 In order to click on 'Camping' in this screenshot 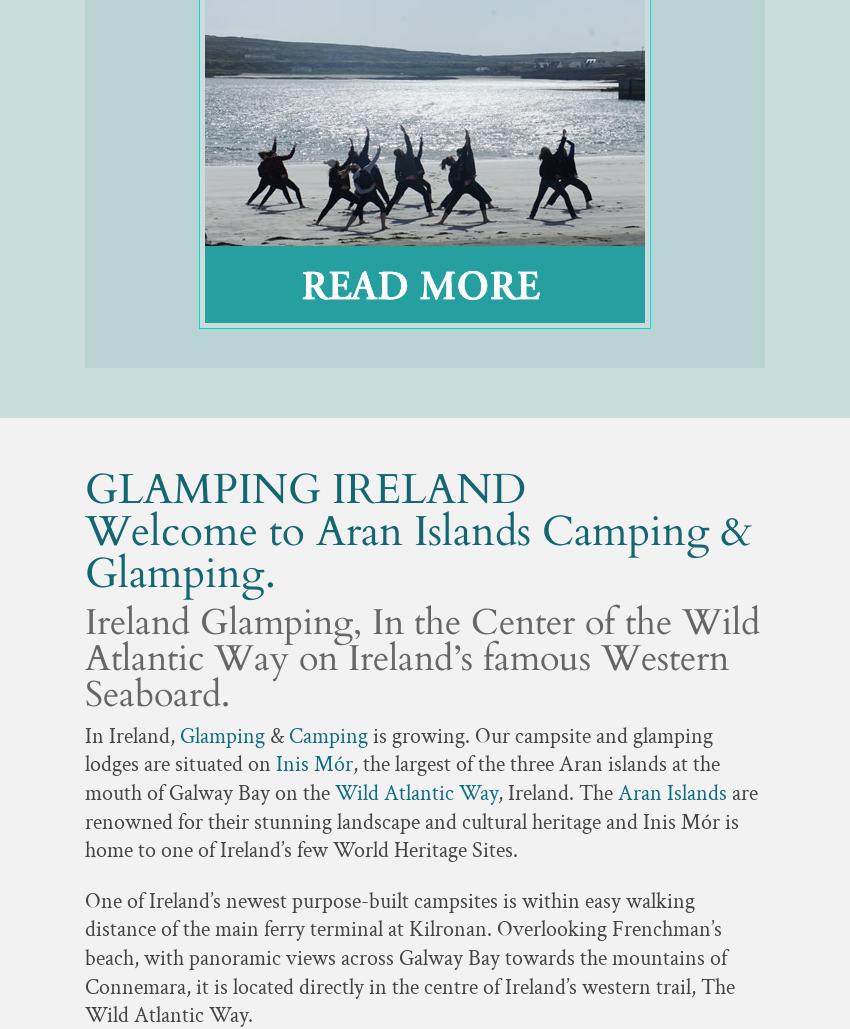, I will do `click(328, 735)`.